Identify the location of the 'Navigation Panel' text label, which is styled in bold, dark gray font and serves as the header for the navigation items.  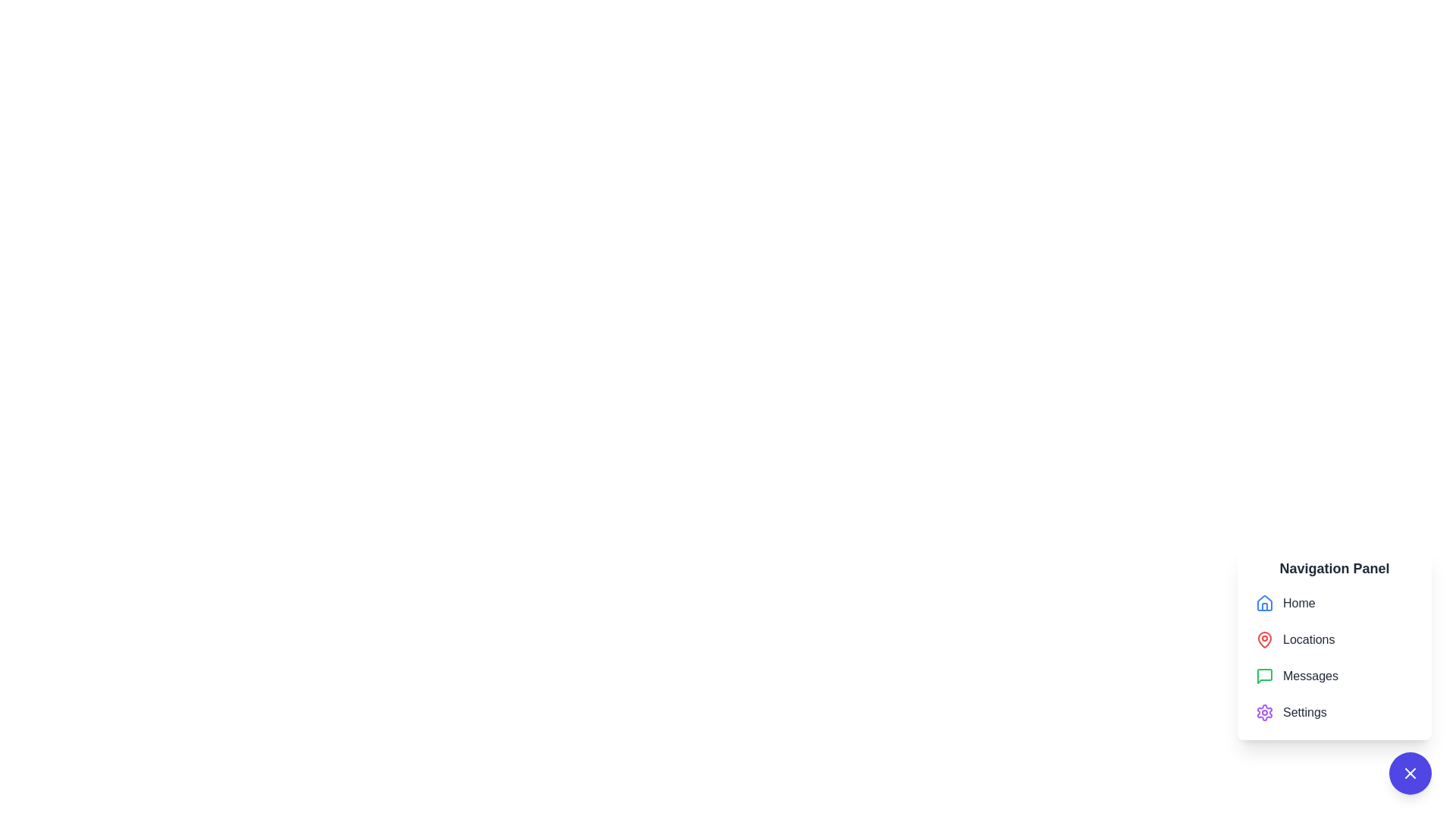
(1335, 568).